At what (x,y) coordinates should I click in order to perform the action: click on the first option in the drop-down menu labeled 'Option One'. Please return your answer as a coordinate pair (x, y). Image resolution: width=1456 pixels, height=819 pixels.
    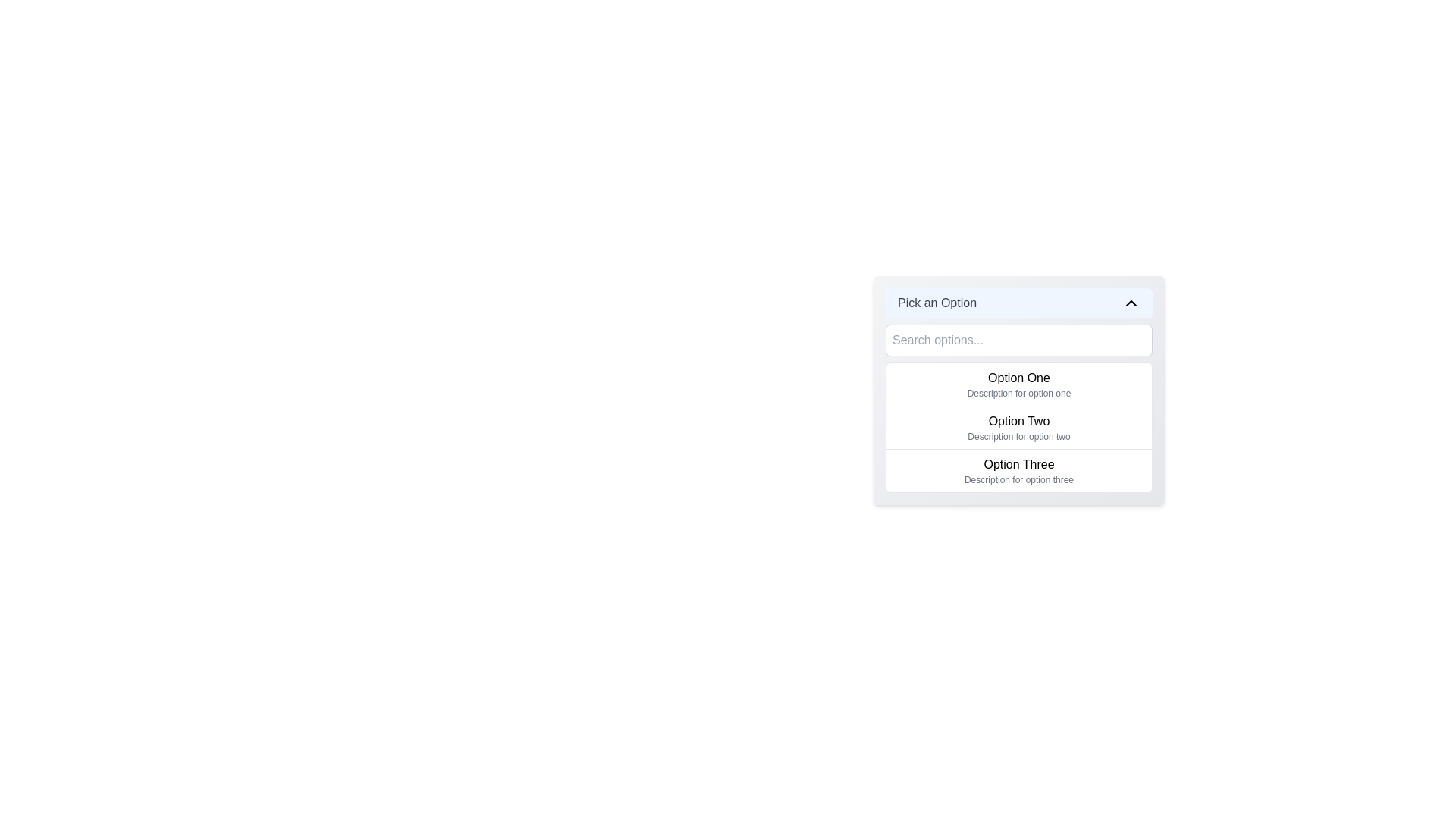
    Looking at the image, I should click on (1019, 383).